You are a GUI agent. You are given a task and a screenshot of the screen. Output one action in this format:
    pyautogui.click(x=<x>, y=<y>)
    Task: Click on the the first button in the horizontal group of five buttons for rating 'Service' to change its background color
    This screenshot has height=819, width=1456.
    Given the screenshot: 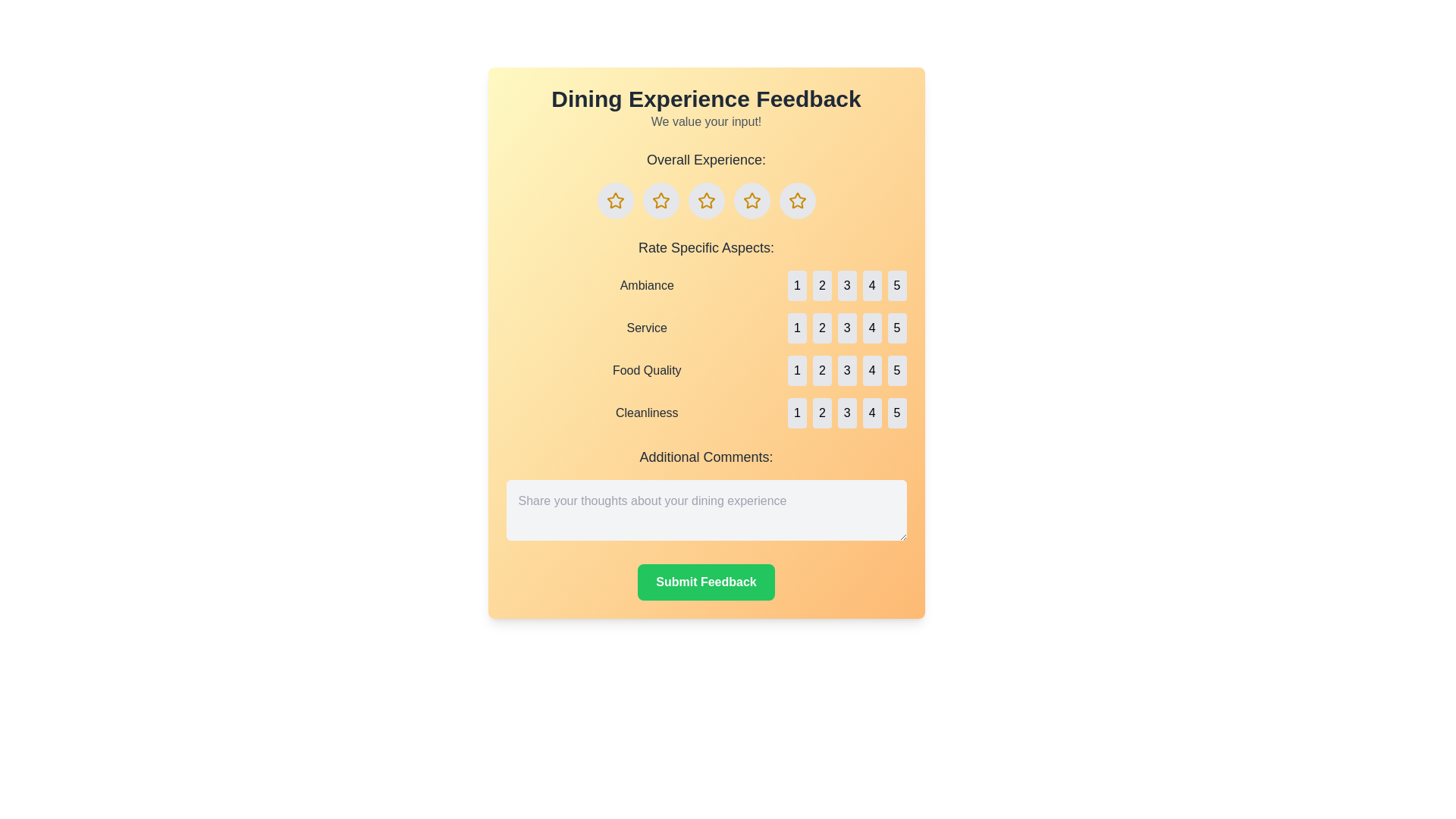 What is the action you would take?
    pyautogui.click(x=796, y=327)
    